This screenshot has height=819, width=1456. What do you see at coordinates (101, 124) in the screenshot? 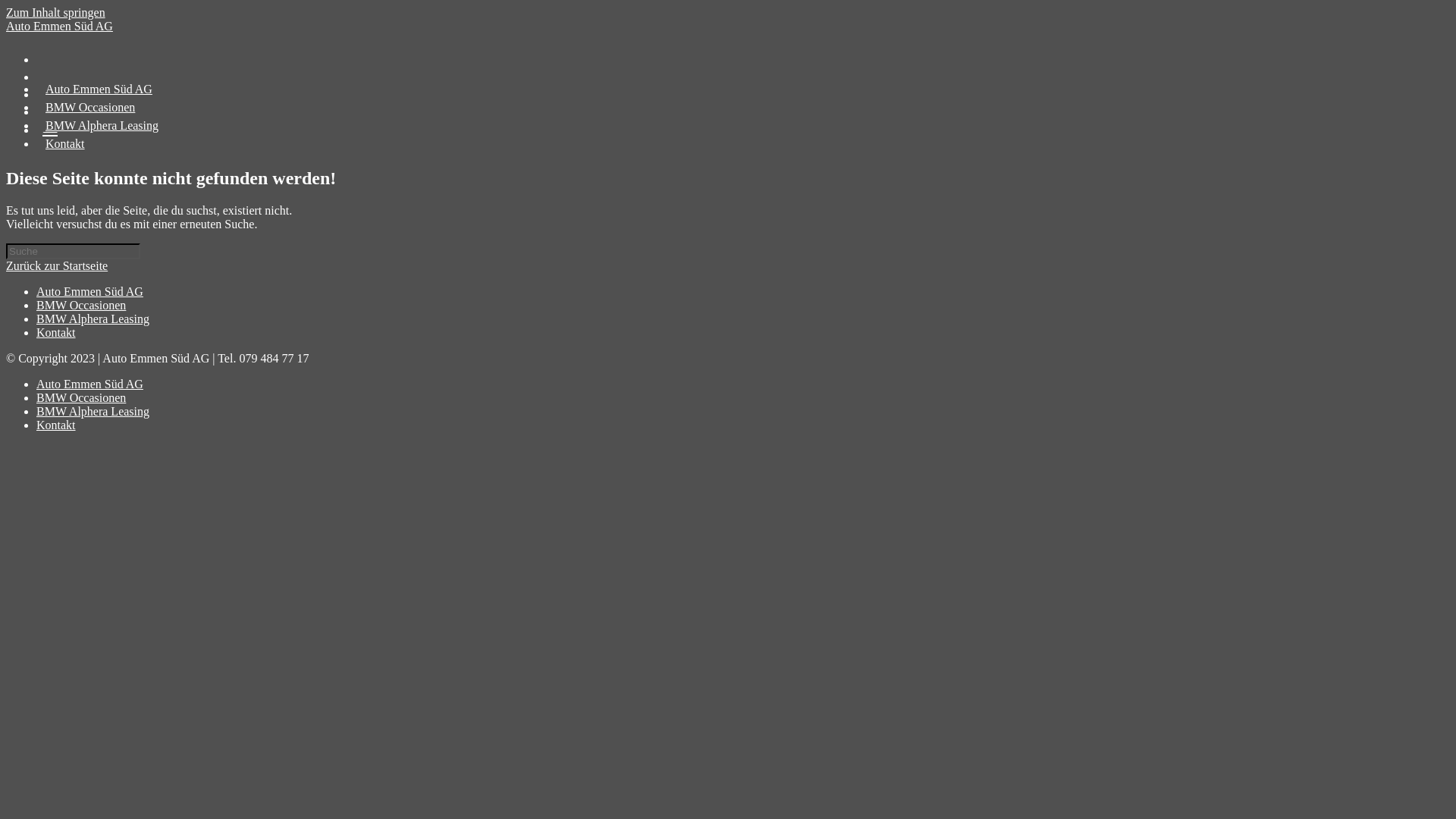
I see `'BMW Alphera Leasing'` at bounding box center [101, 124].